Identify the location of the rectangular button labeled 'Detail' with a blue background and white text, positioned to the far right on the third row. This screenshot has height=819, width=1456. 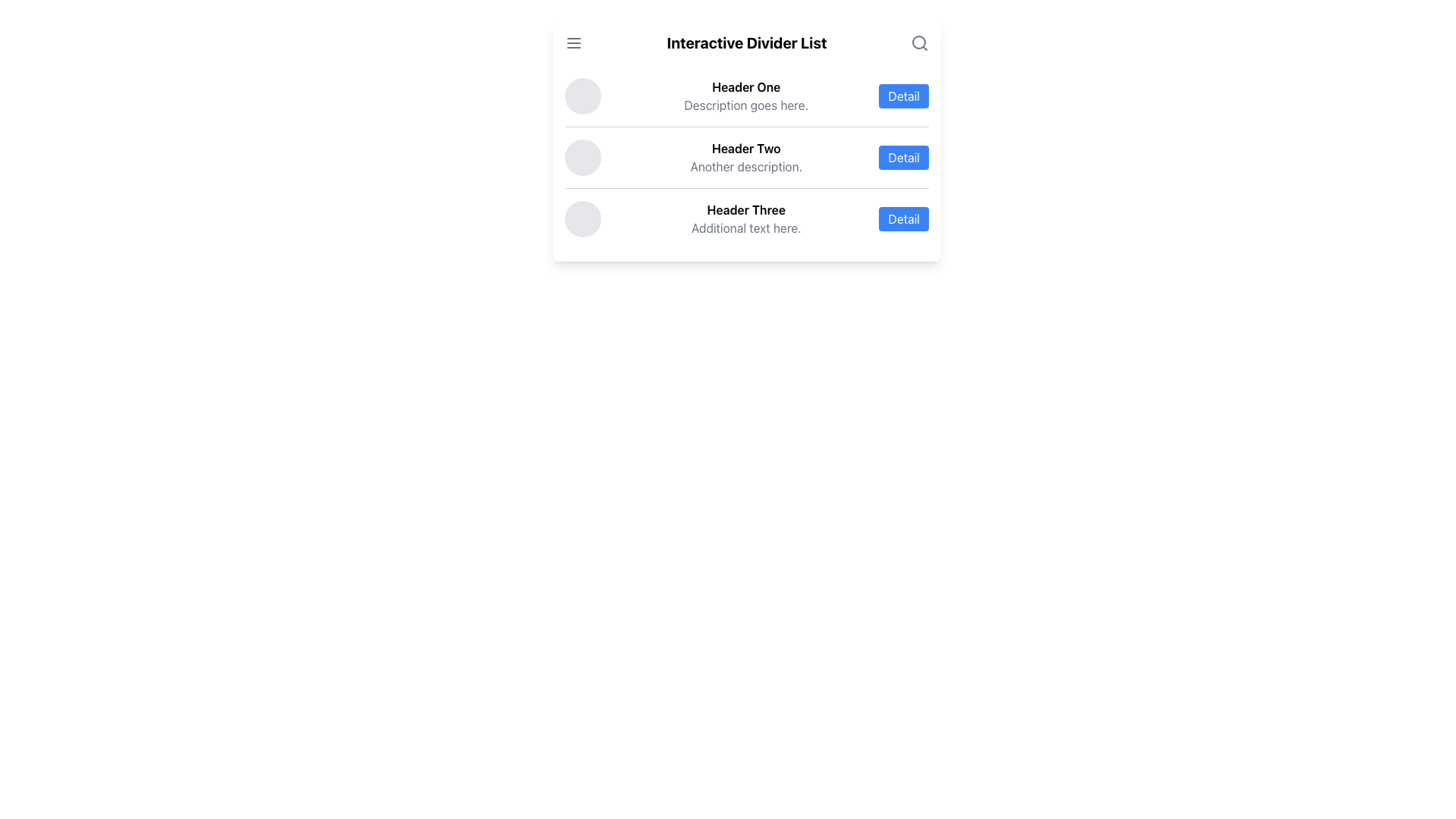
(904, 219).